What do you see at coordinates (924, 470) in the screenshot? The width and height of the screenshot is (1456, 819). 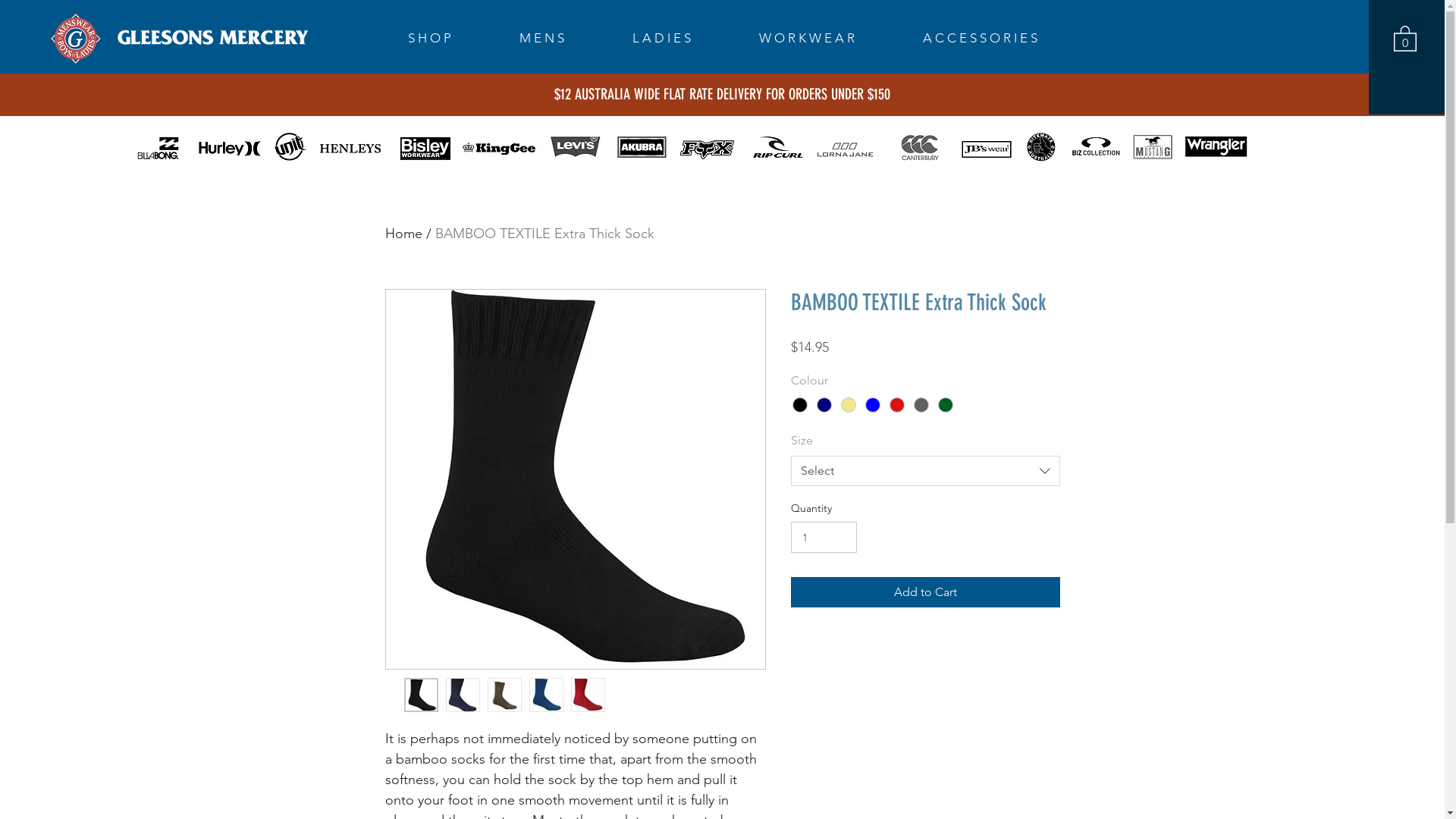 I see `'Select'` at bounding box center [924, 470].